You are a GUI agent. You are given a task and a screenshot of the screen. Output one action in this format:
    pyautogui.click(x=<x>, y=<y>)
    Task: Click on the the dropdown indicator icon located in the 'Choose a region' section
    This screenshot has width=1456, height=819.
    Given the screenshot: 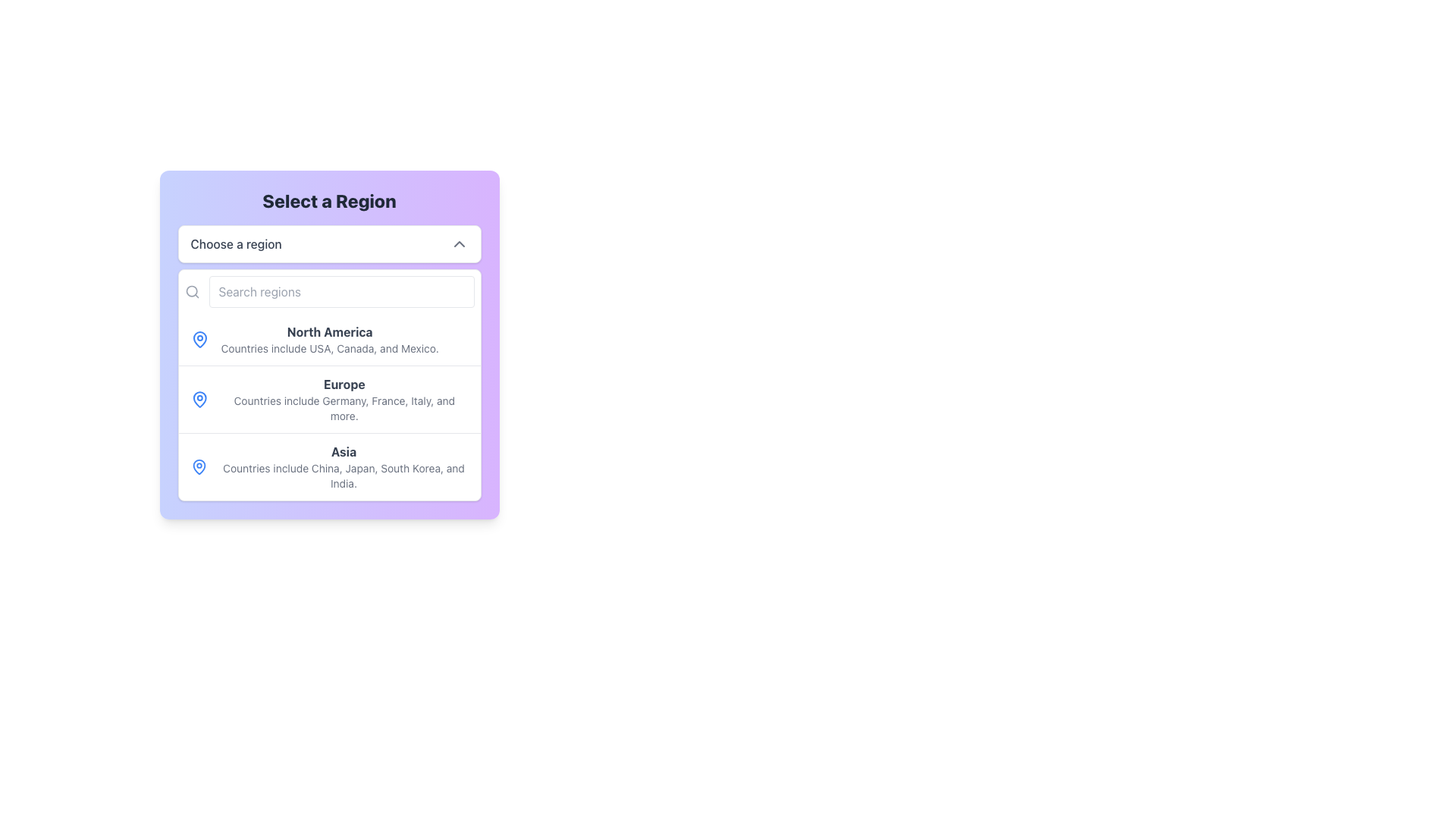 What is the action you would take?
    pyautogui.click(x=458, y=243)
    